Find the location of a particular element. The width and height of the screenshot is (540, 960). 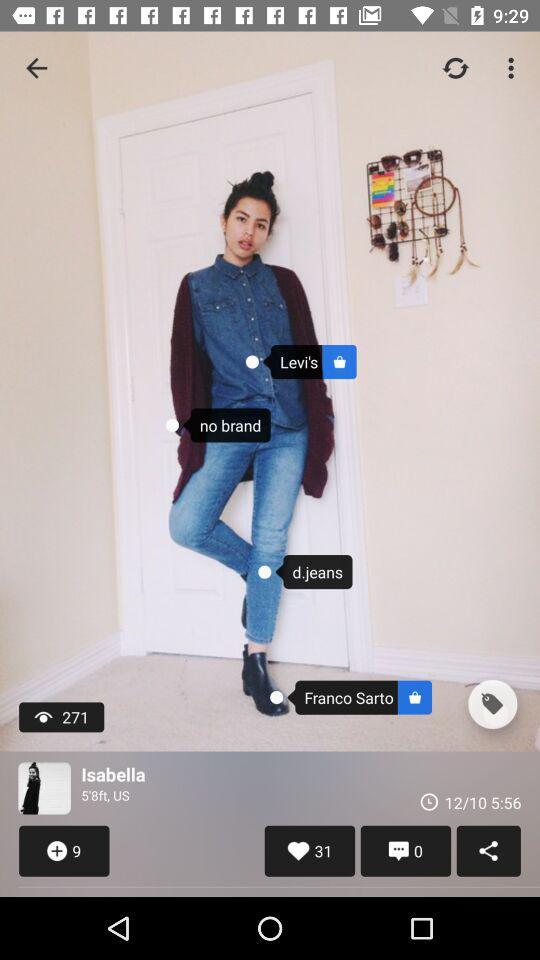

tag is located at coordinates (491, 704).